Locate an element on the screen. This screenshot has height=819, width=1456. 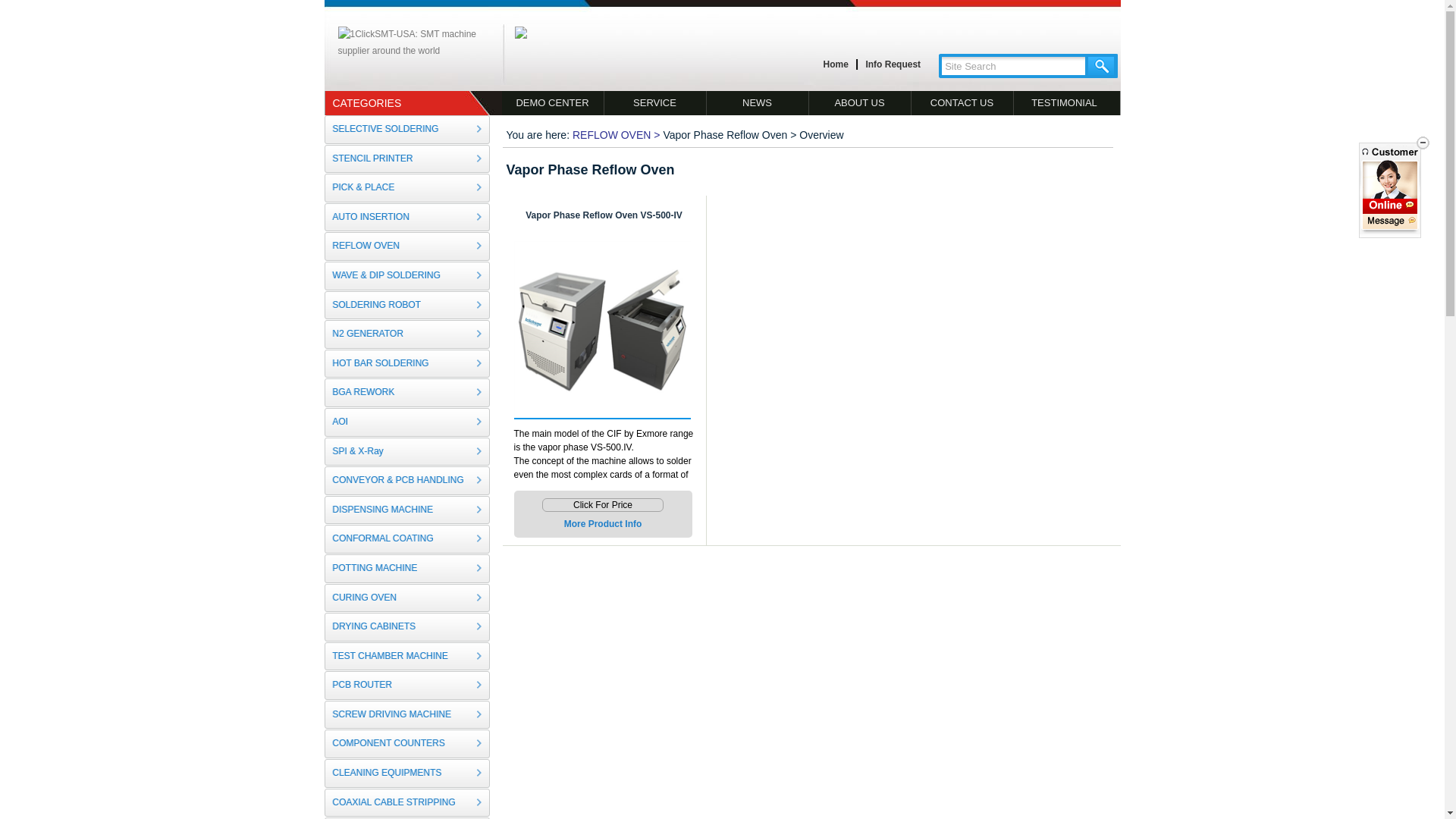
'POTTING MACHINE' is located at coordinates (407, 568).